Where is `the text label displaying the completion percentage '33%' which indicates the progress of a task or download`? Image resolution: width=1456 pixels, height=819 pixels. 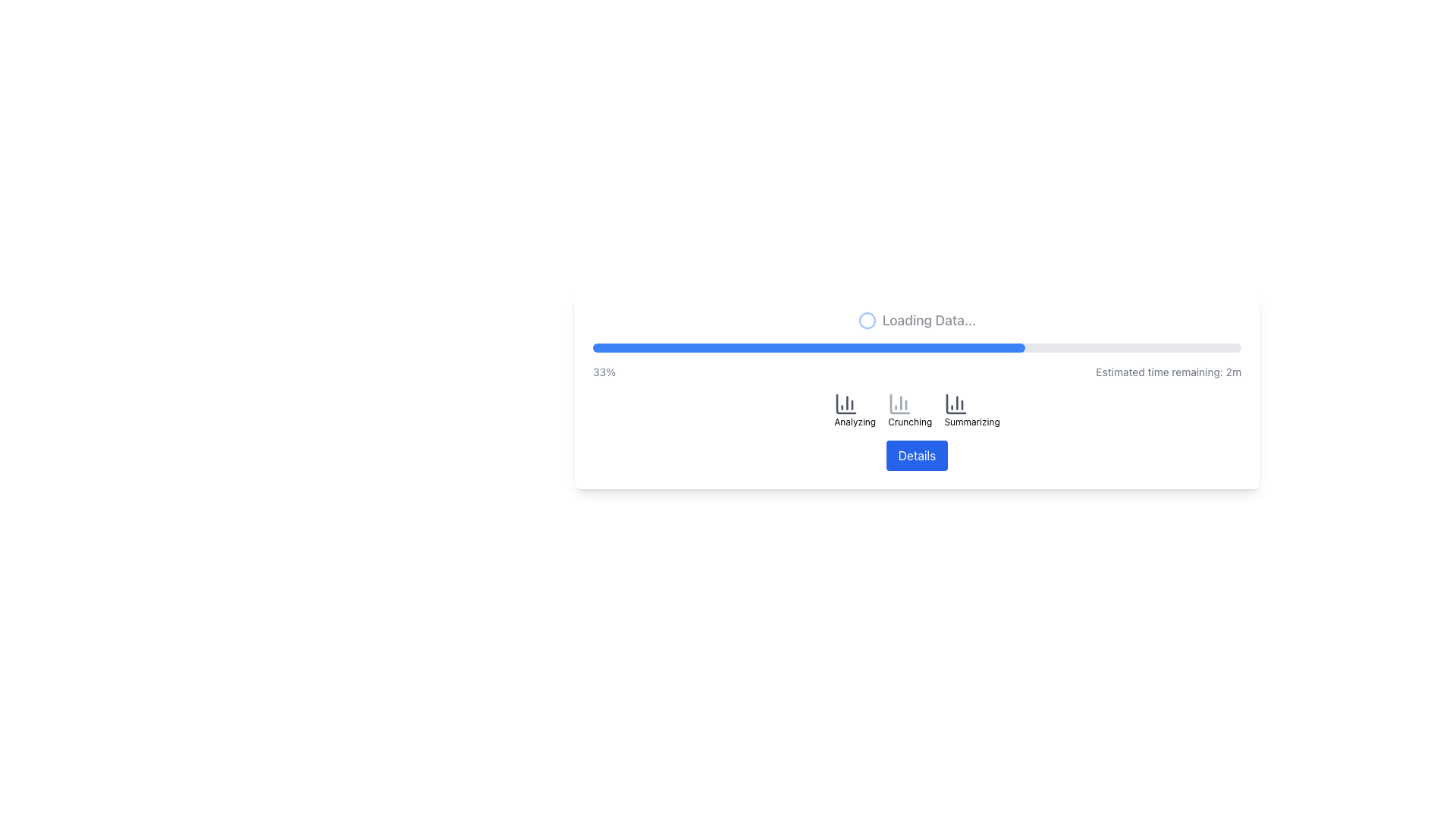
the text label displaying the completion percentage '33%' which indicates the progress of a task or download is located at coordinates (603, 372).